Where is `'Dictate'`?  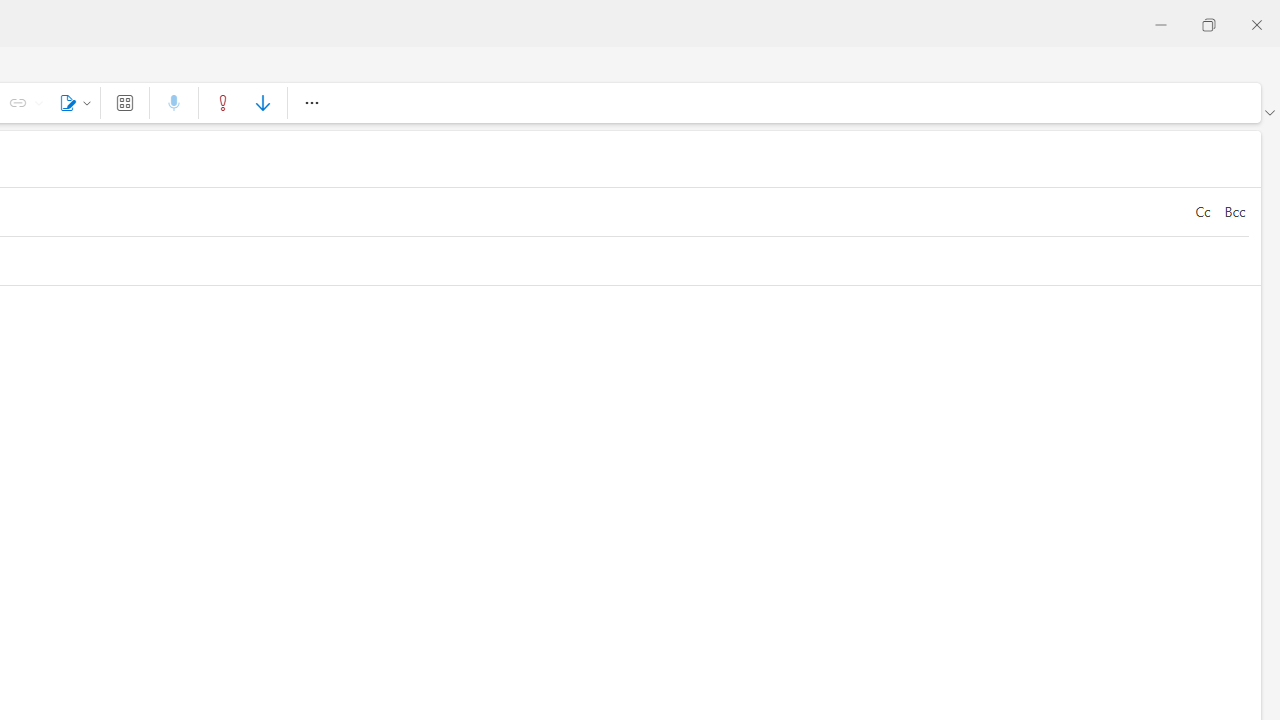
'Dictate' is located at coordinates (174, 102).